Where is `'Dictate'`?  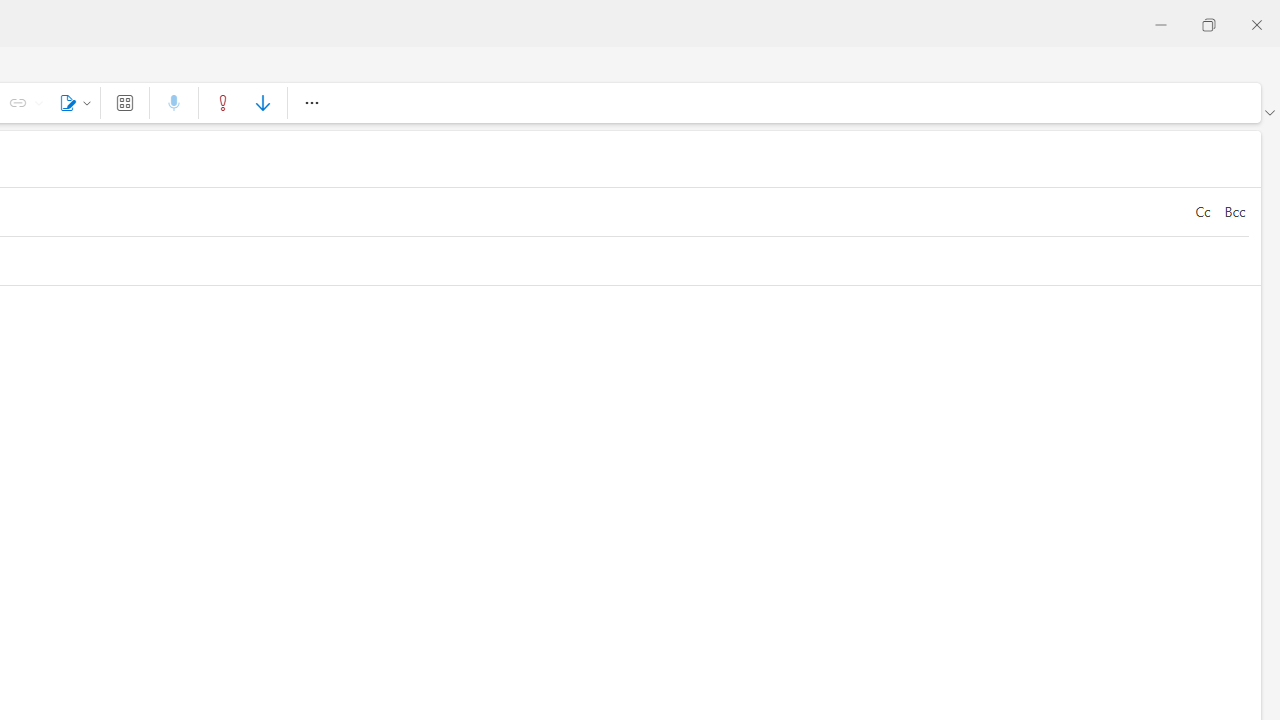
'Dictate' is located at coordinates (174, 102).